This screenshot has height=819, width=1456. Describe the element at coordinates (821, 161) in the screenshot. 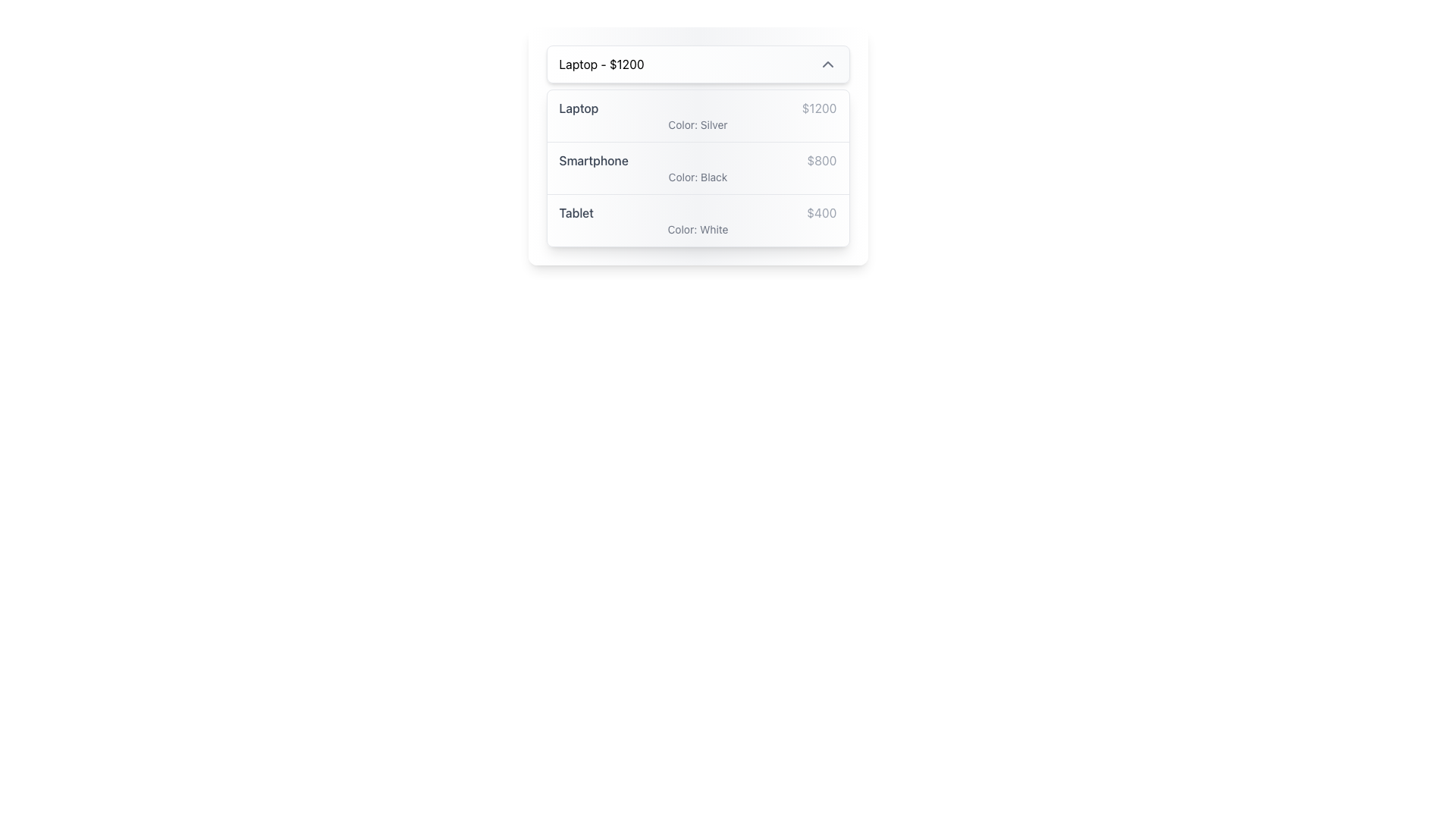

I see `the static text label displaying the price of the 'Smartphone' product, located at the end of the product information row` at that location.